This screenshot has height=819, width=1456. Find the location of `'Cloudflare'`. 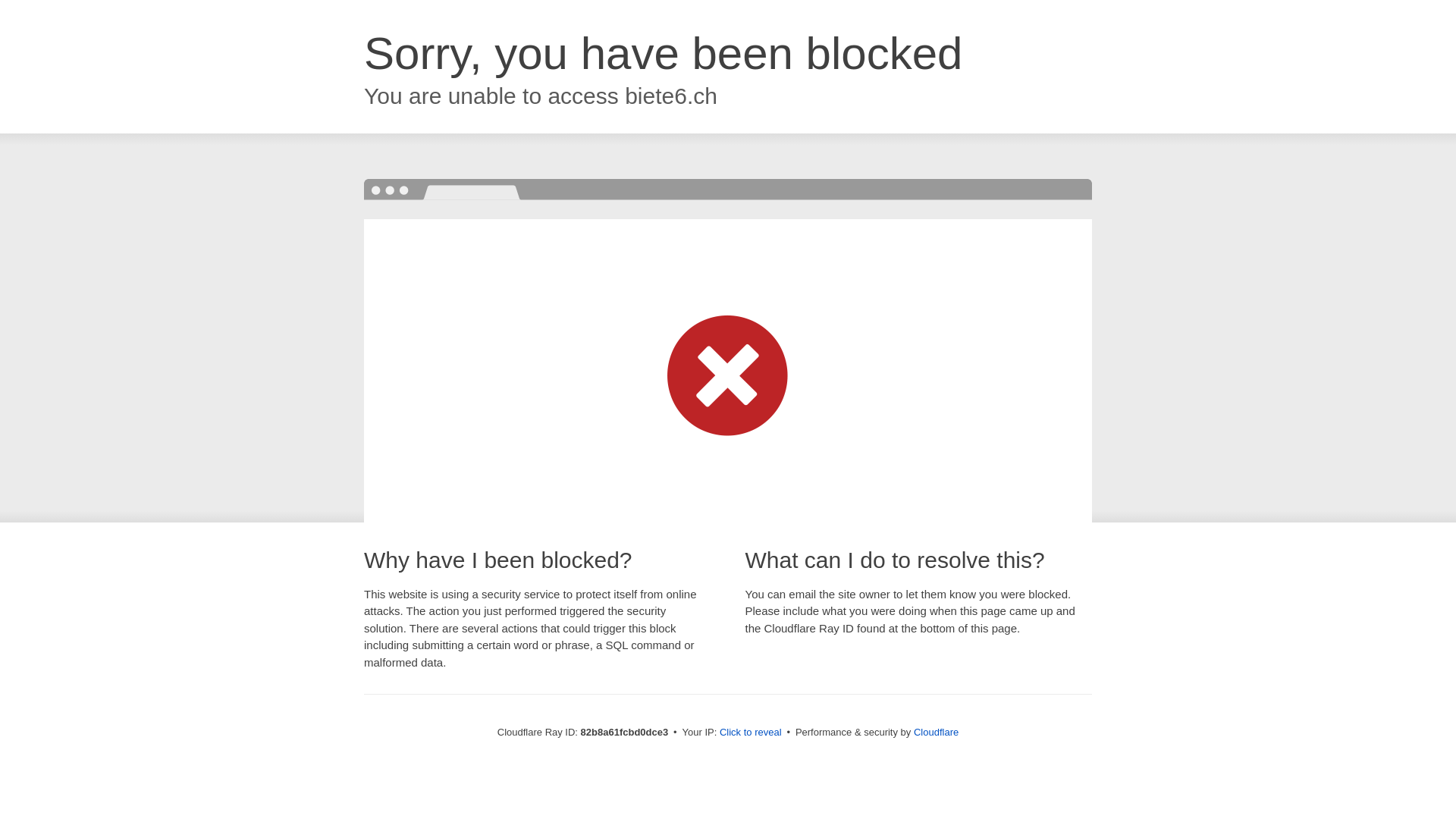

'Cloudflare' is located at coordinates (935, 731).